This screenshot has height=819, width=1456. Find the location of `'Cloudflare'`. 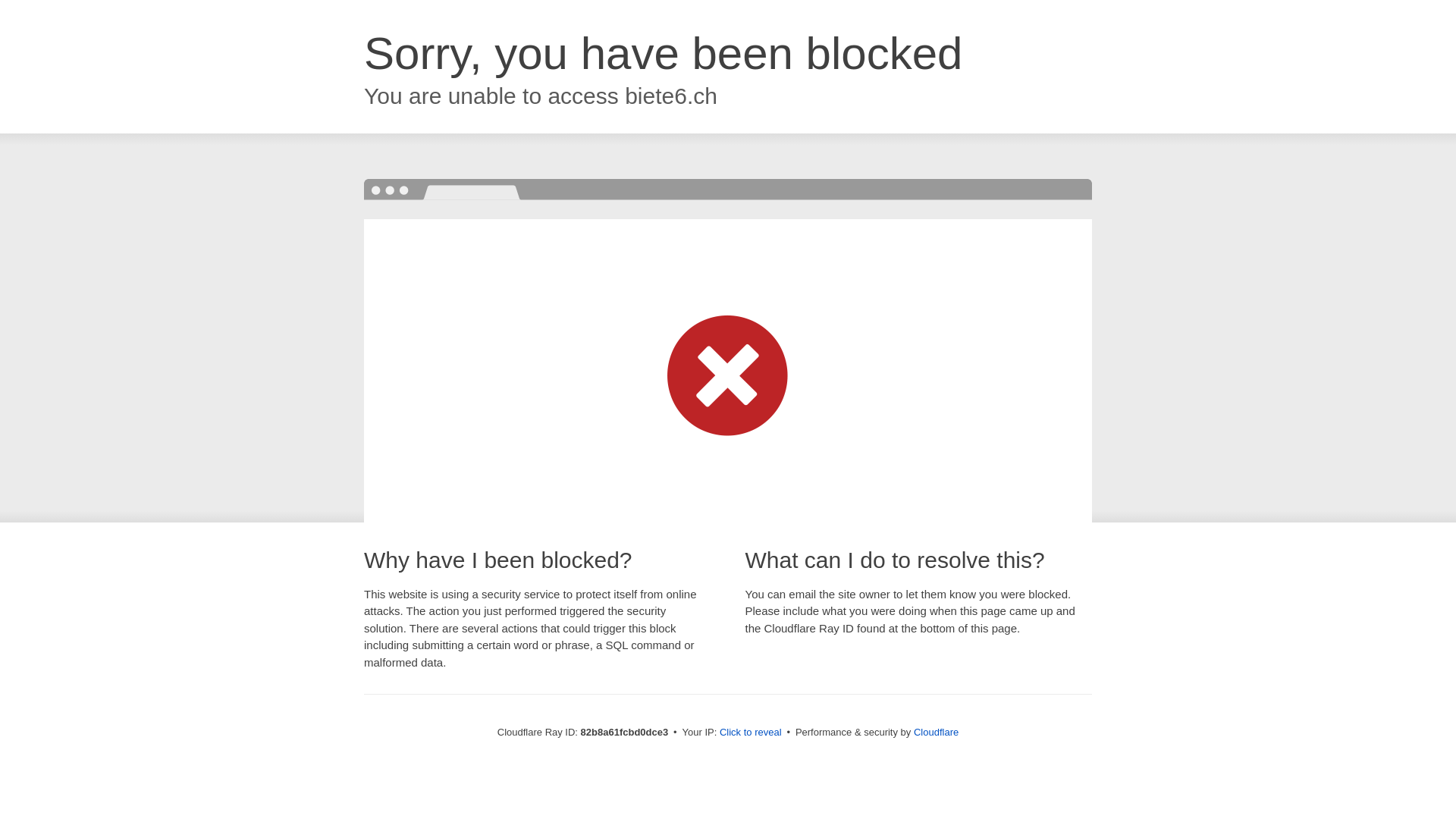

'Cloudflare' is located at coordinates (935, 731).